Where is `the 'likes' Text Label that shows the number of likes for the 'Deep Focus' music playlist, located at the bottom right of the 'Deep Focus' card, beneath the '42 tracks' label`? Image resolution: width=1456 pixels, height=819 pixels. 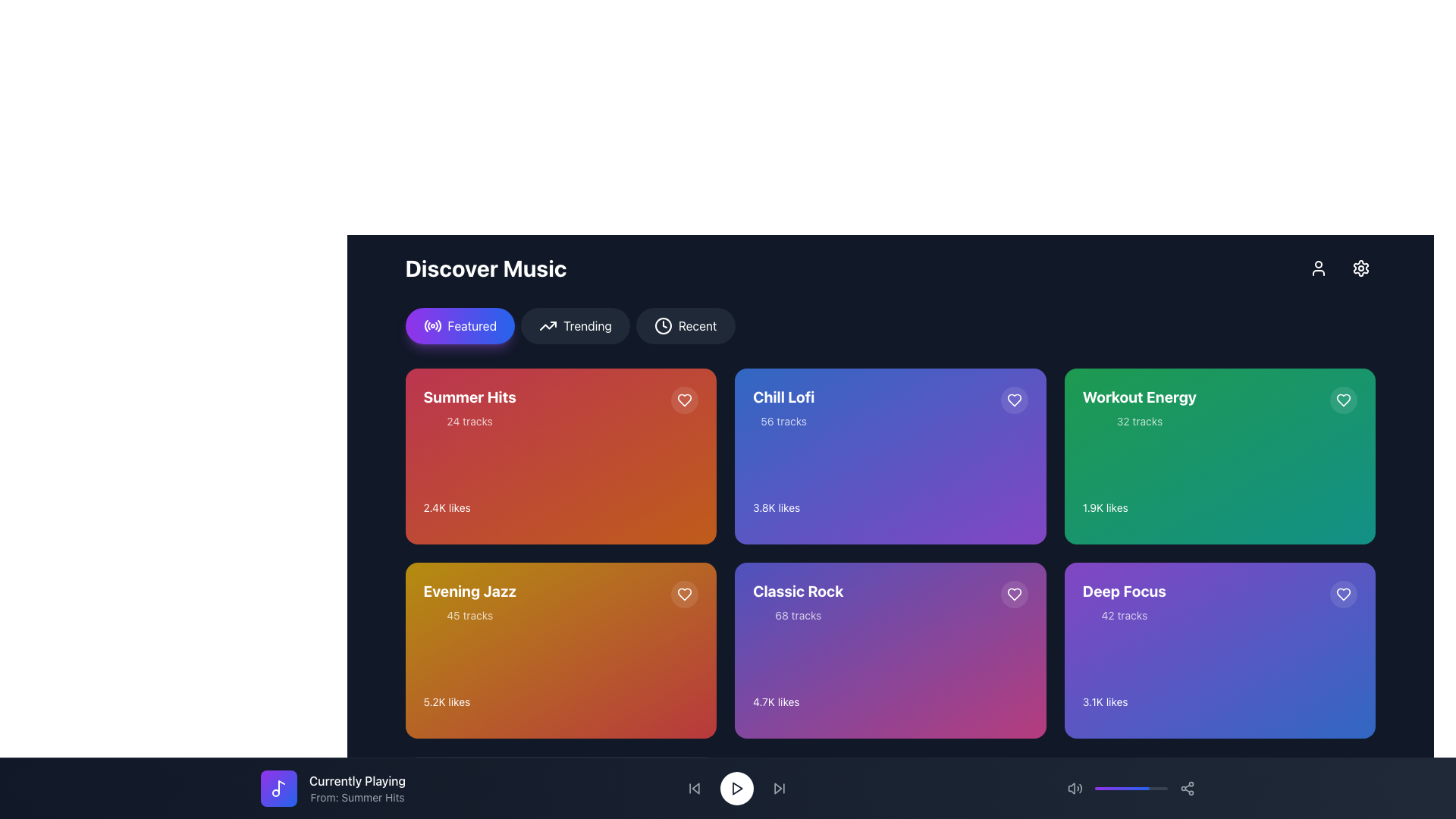 the 'likes' Text Label that shows the number of likes for the 'Deep Focus' music playlist, located at the bottom right of the 'Deep Focus' card, beneath the '42 tracks' label is located at coordinates (1105, 701).